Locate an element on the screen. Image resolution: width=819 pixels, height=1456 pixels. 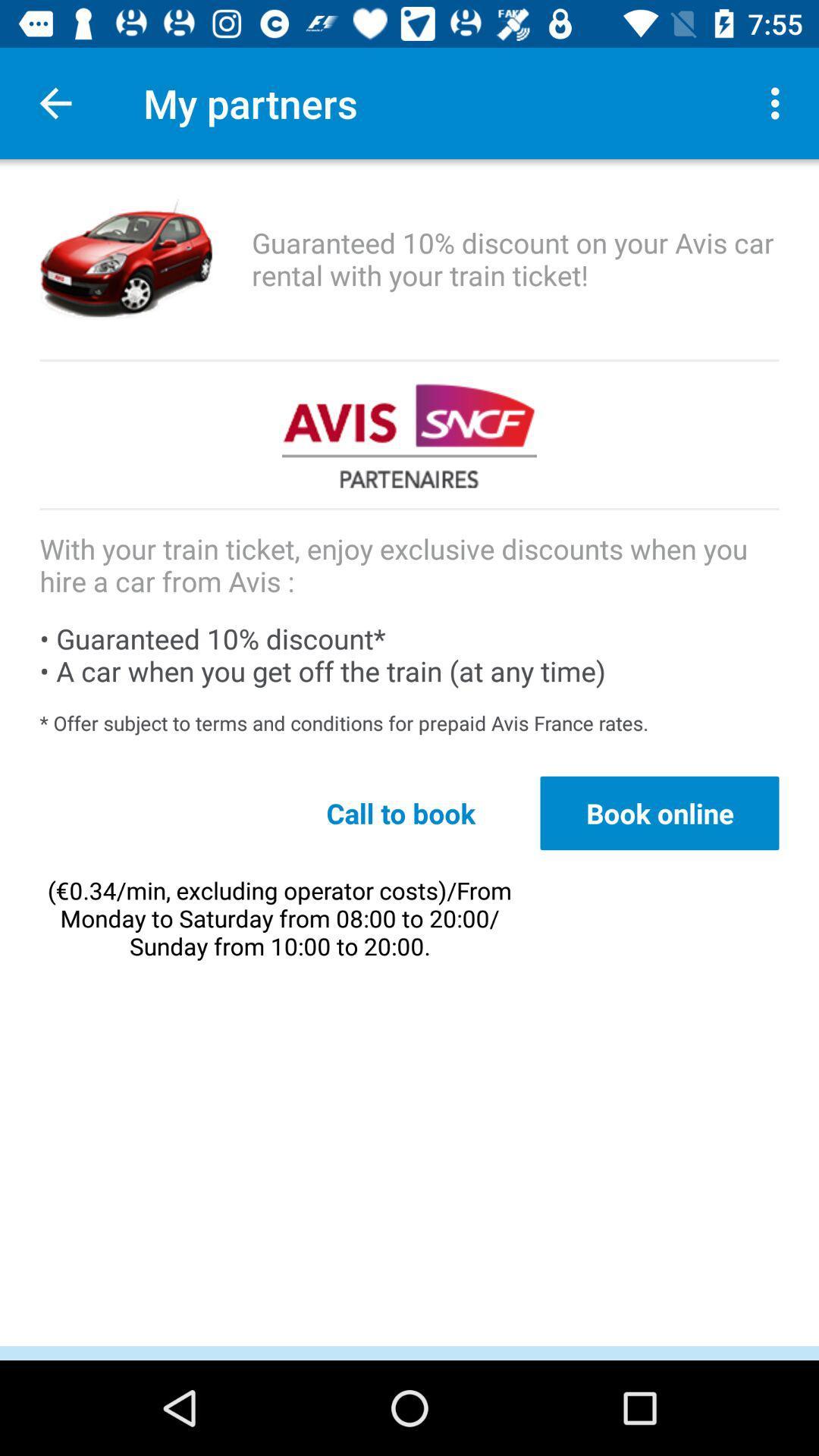
item below the offer subject to item is located at coordinates (400, 812).